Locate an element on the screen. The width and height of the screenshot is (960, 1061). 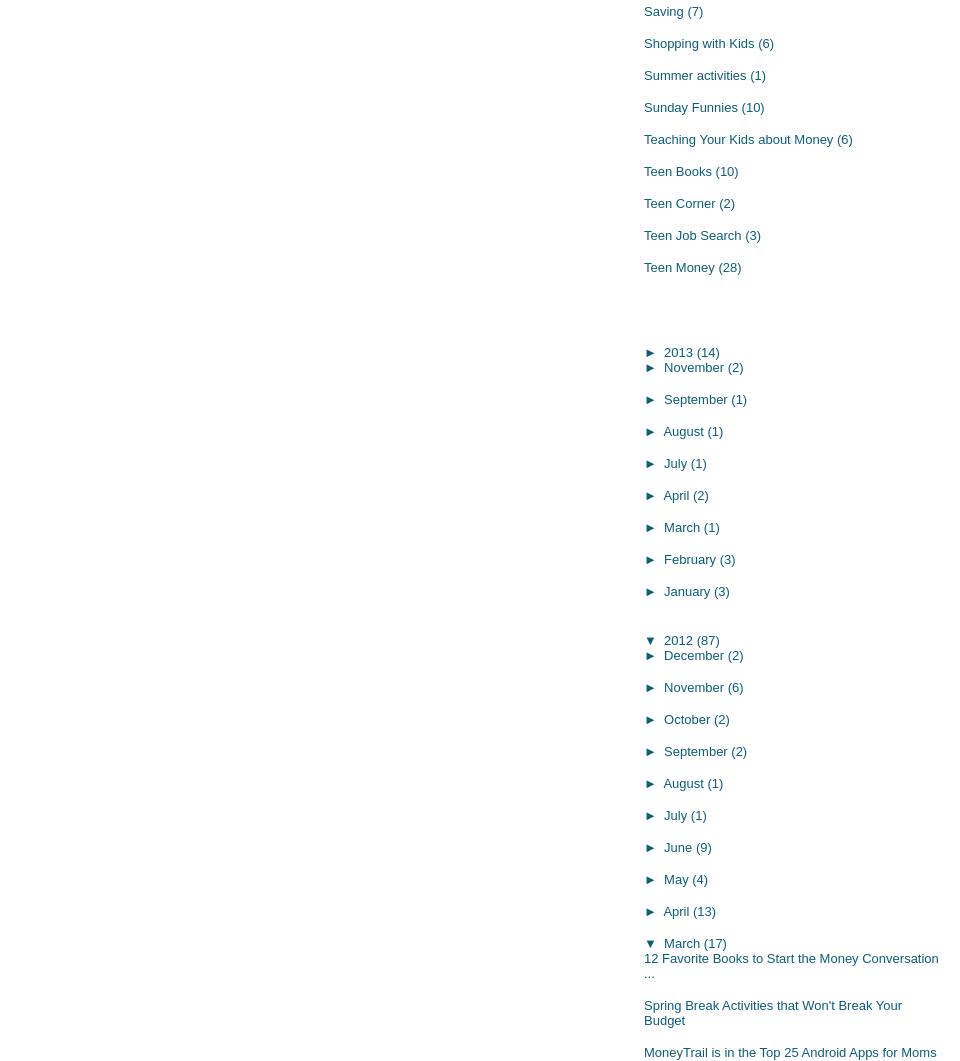
'Teen Corner' is located at coordinates (679, 201).